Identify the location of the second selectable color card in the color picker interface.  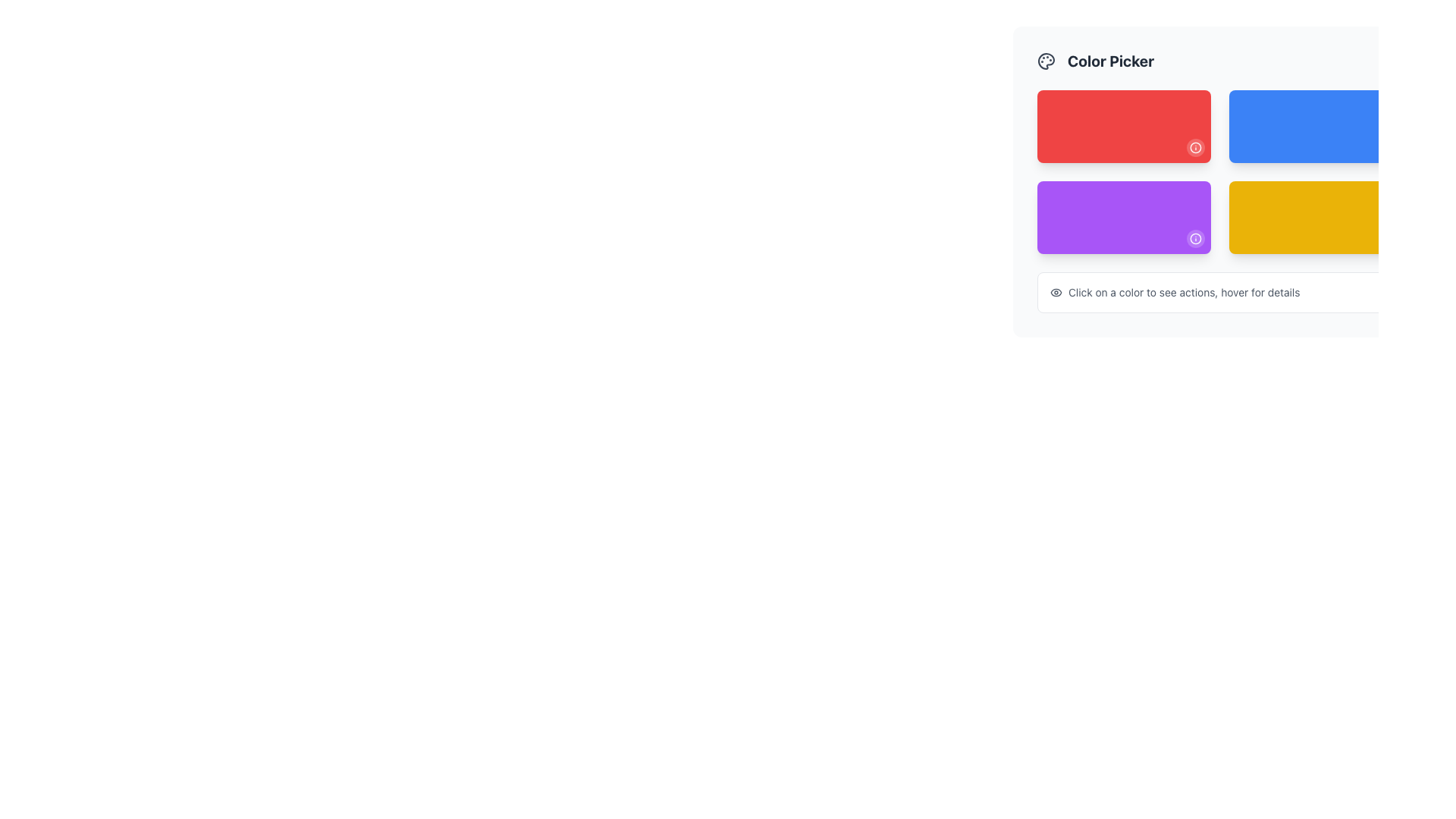
(1316, 125).